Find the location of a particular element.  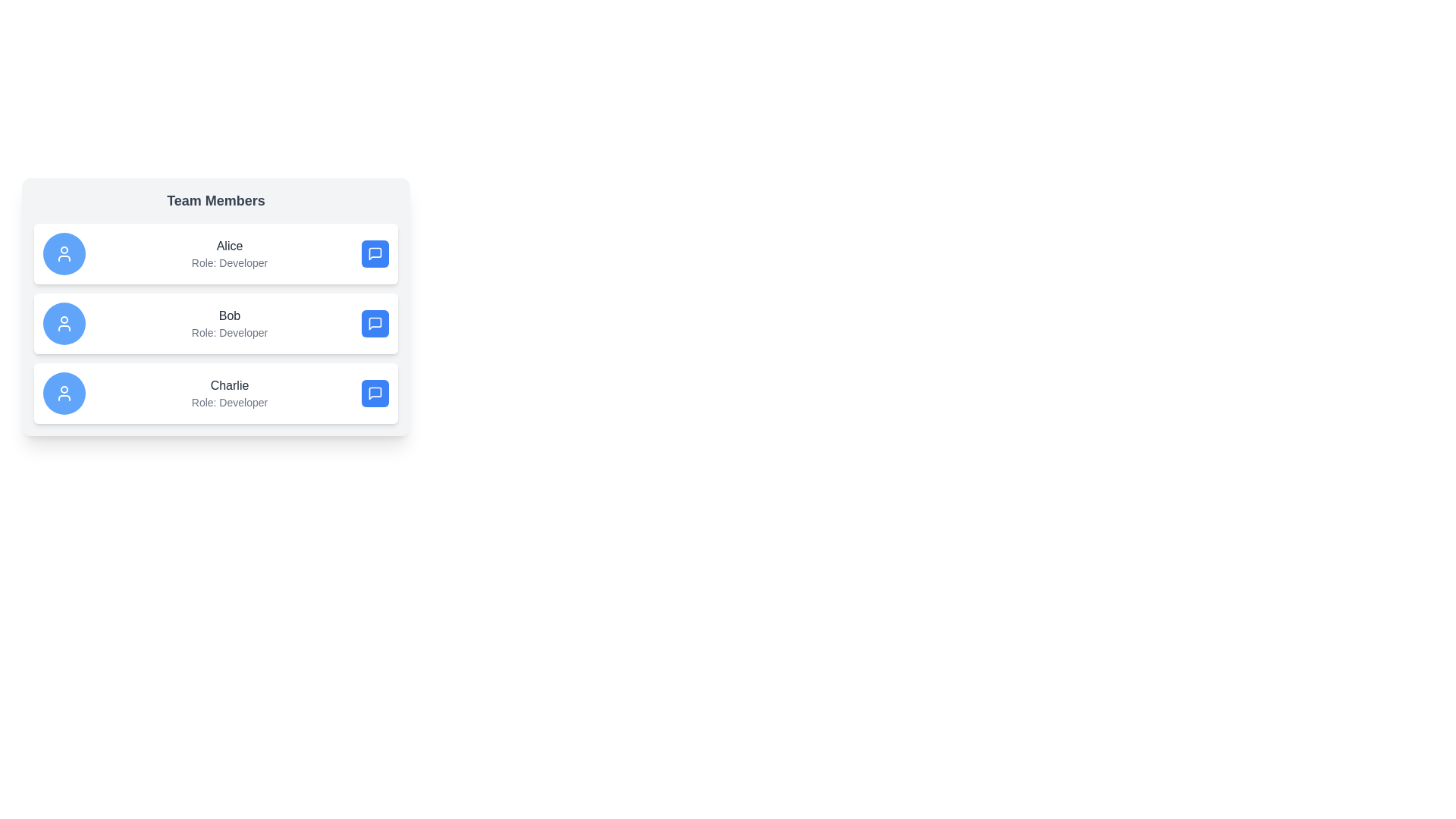

the static text label indicating the role of the team member, located below 'Bob' in the third row of the list of members is located at coordinates (228, 332).